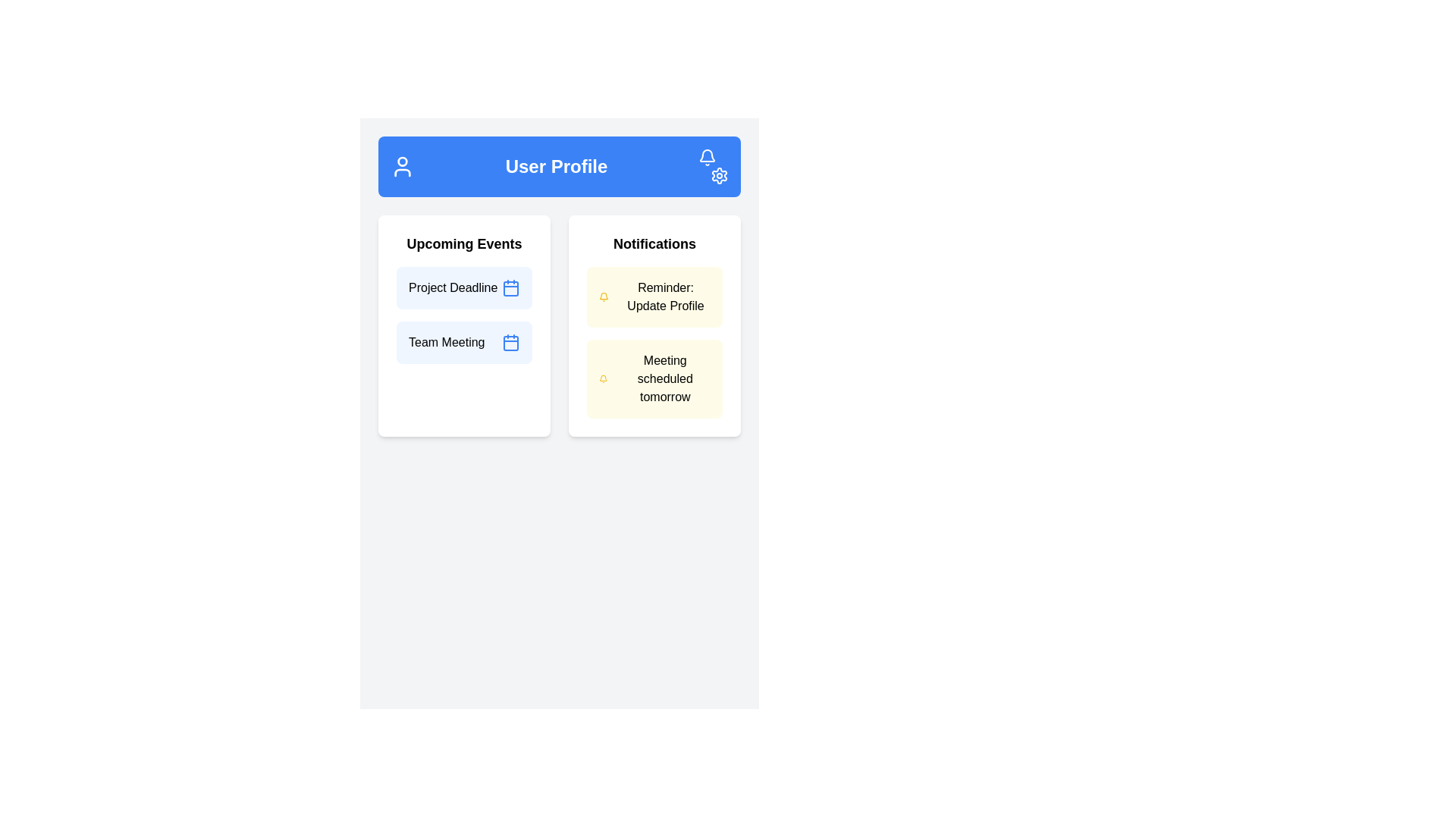  I want to click on the user icon located in the header section, positioned to the far left, adjacent to the 'User Profile' title, so click(403, 166).